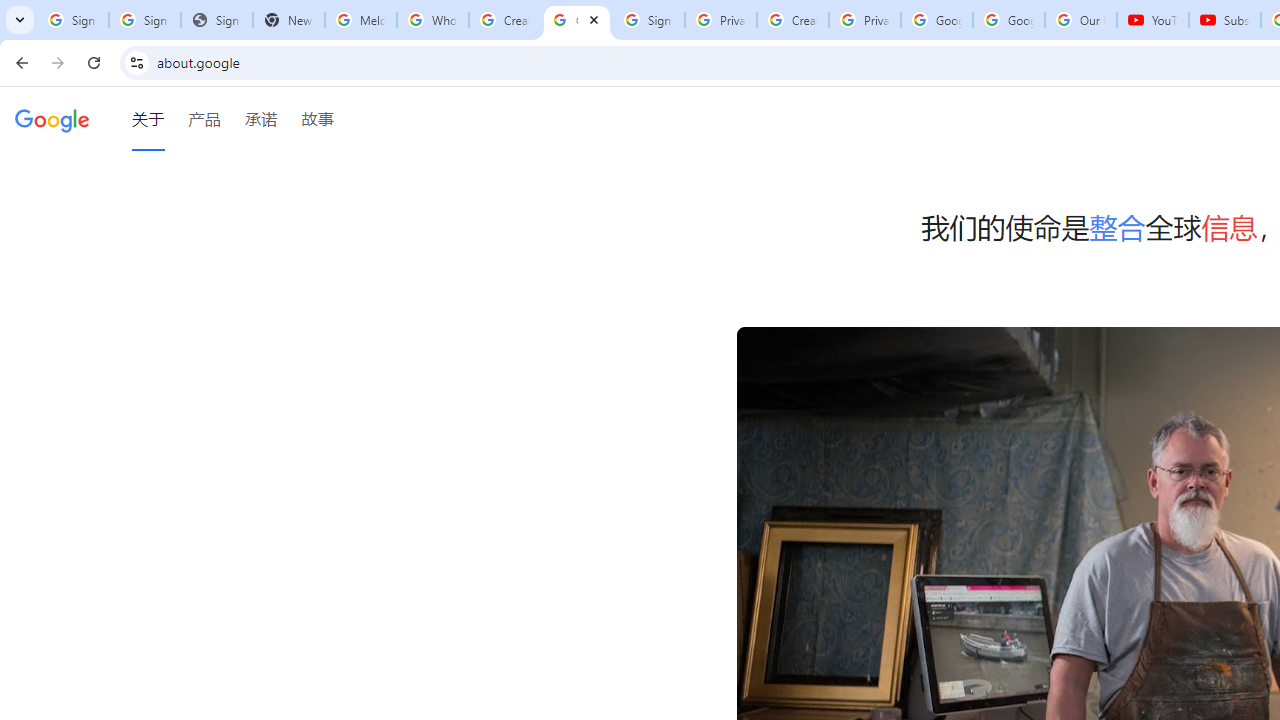 The width and height of the screenshot is (1280, 720). What do you see at coordinates (1008, 20) in the screenshot?
I see `'Google Account'` at bounding box center [1008, 20].